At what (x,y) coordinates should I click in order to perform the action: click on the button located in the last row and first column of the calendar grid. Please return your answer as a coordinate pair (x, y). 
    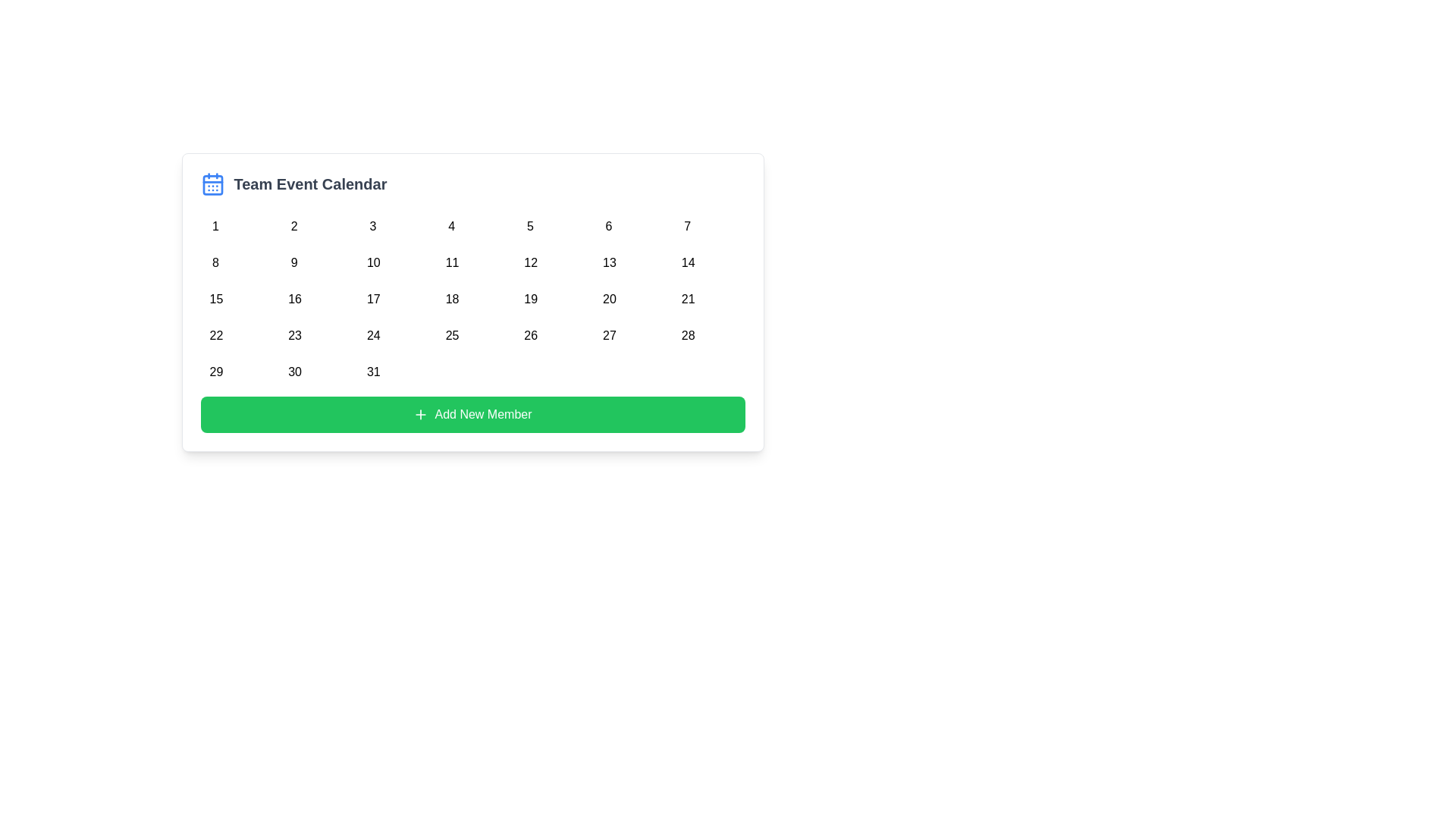
    Looking at the image, I should click on (215, 369).